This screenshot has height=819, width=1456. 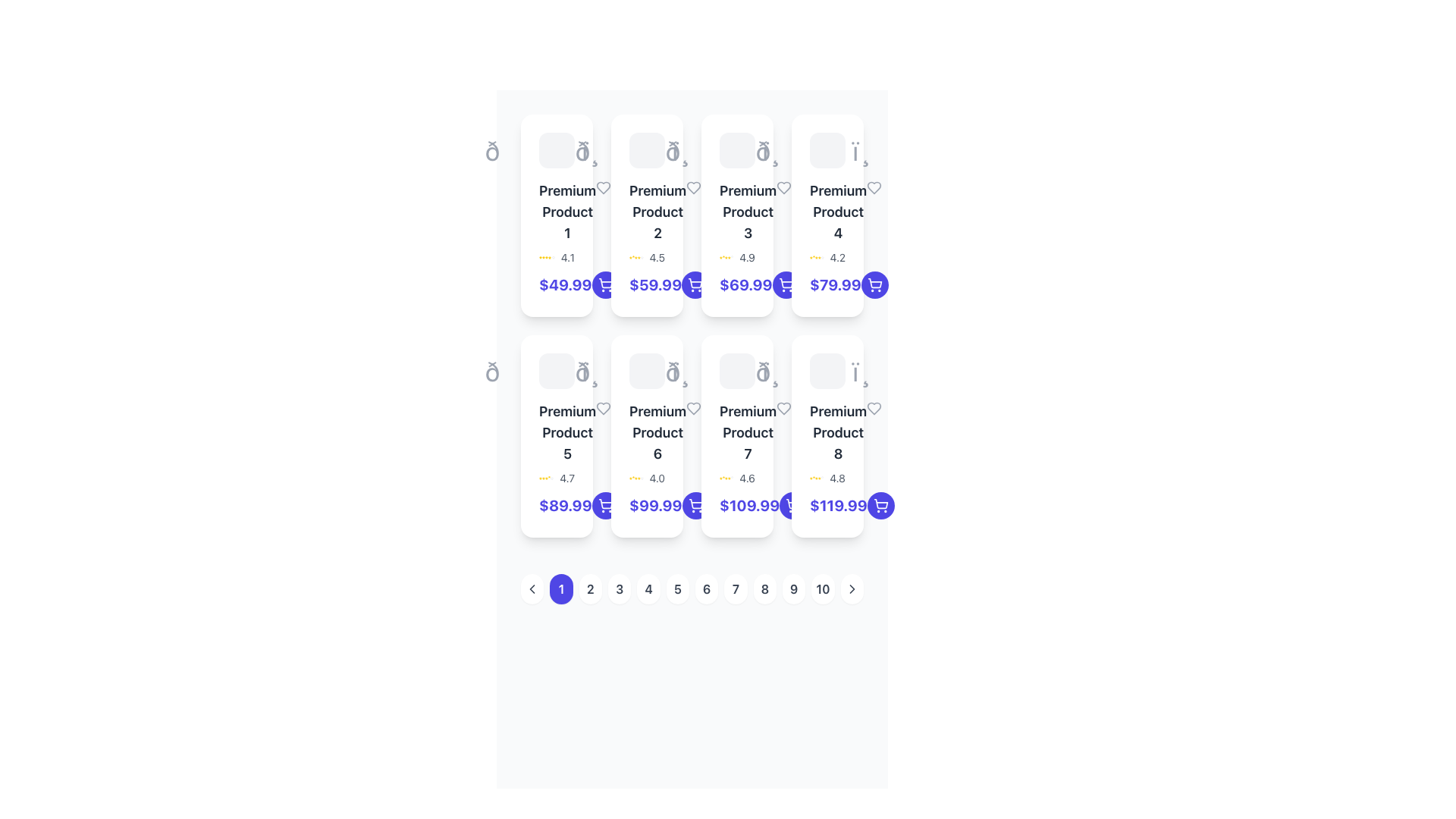 I want to click on the circular button with a white background and the numeral '4' at its center, so click(x=648, y=588).